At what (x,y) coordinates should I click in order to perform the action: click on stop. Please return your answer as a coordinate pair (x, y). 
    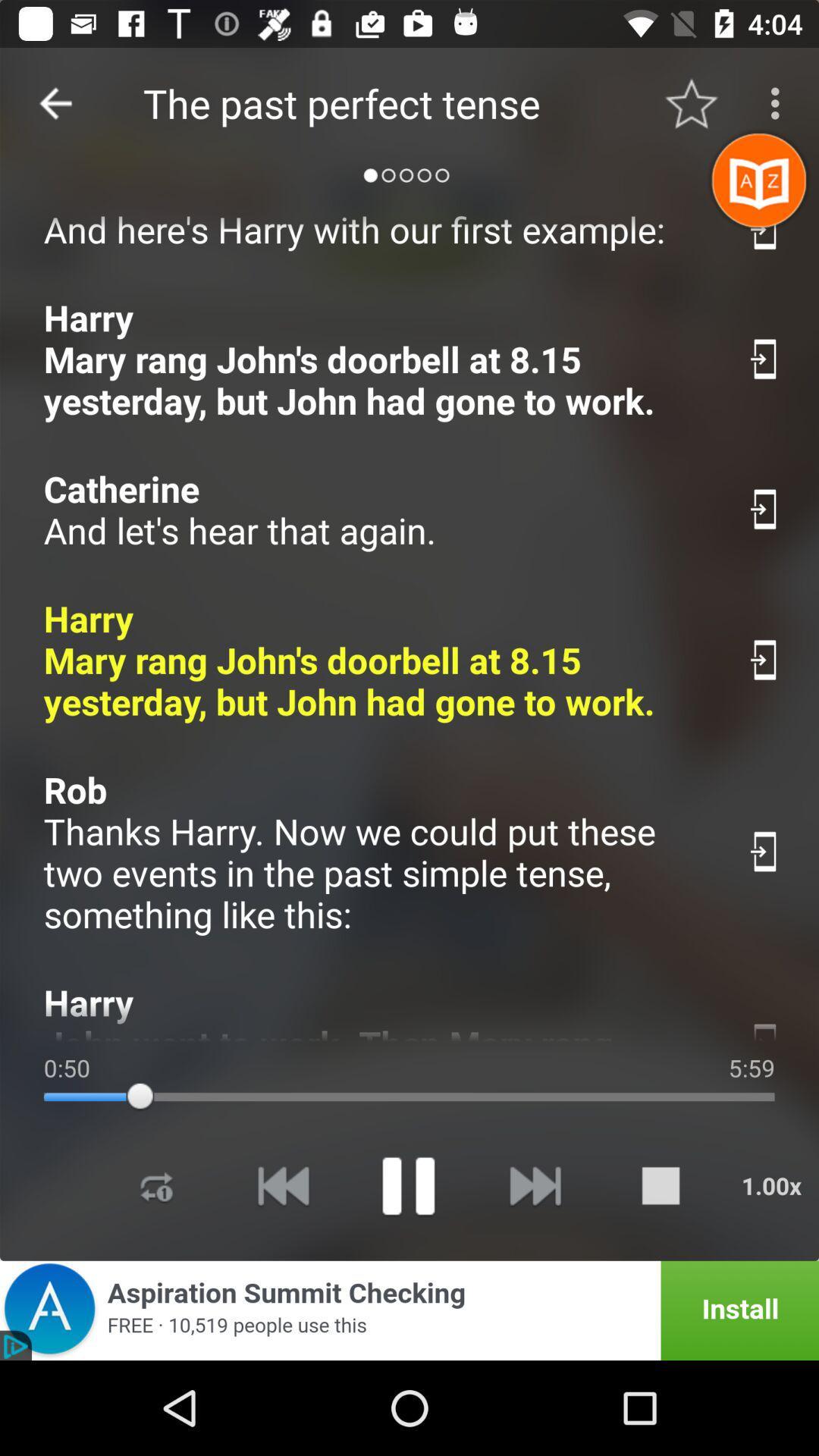
    Looking at the image, I should click on (660, 1185).